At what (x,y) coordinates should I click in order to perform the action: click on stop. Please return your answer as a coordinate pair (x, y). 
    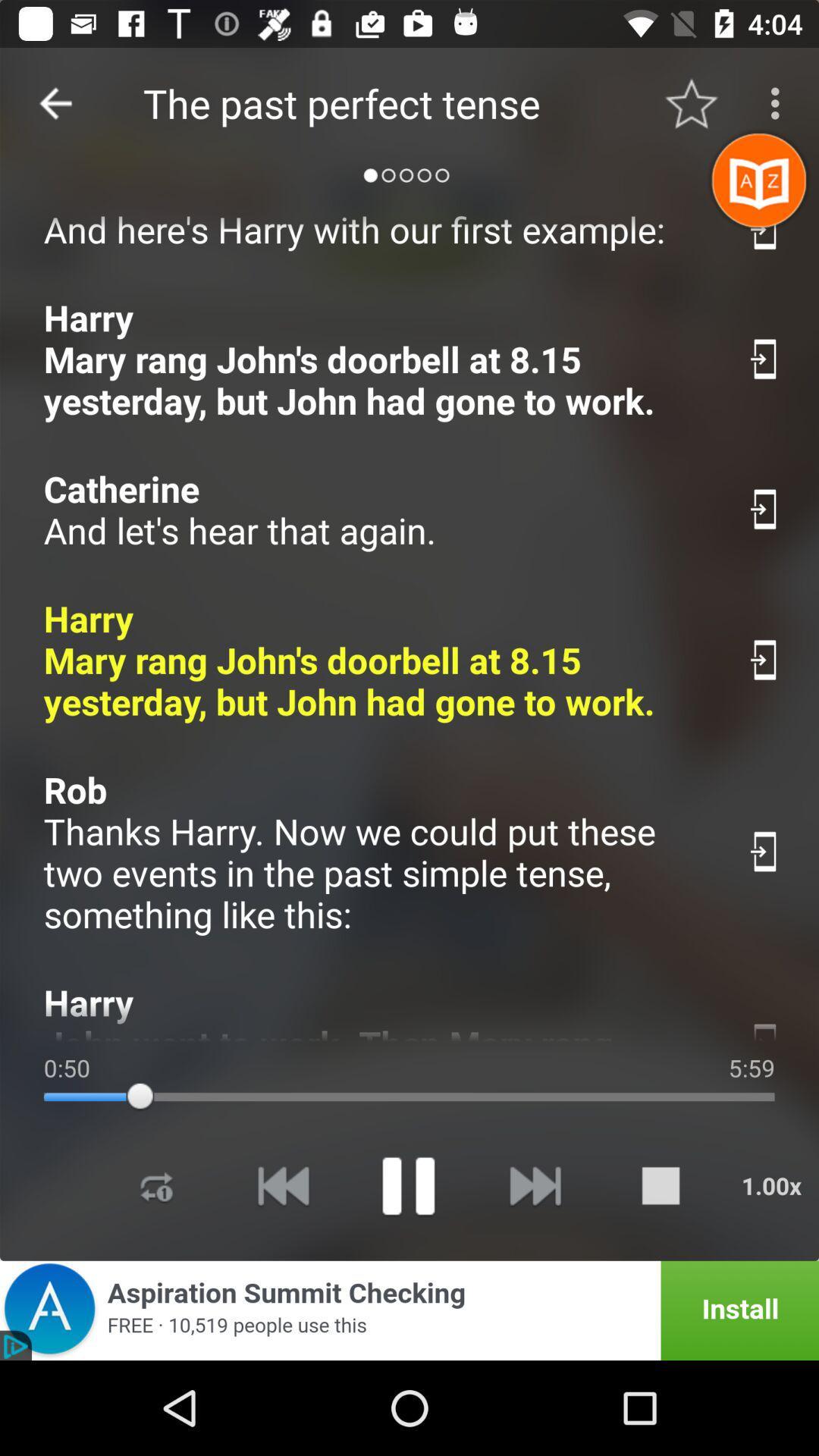
    Looking at the image, I should click on (660, 1185).